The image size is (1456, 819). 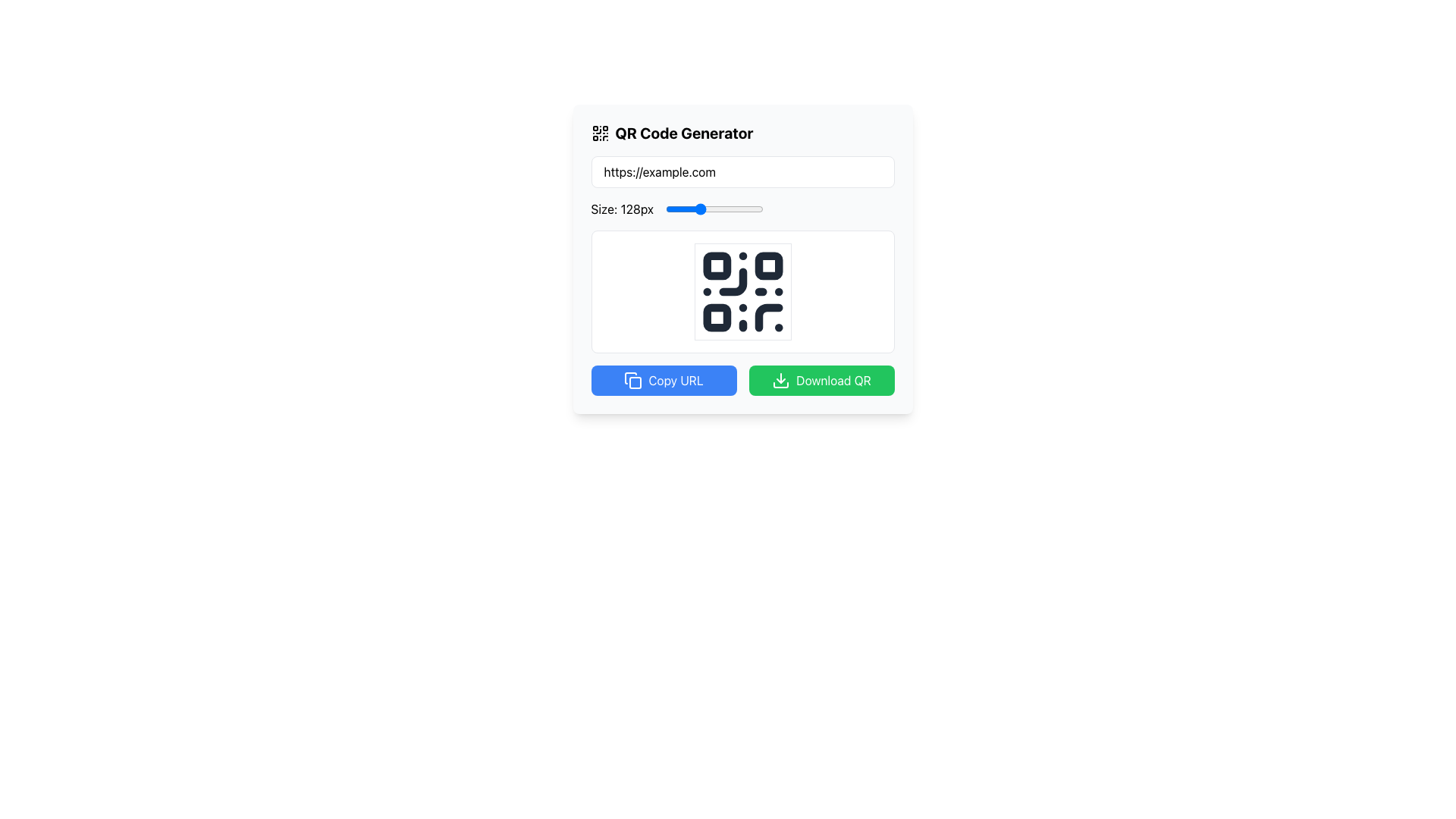 I want to click on the QR code size, so click(x=695, y=209).